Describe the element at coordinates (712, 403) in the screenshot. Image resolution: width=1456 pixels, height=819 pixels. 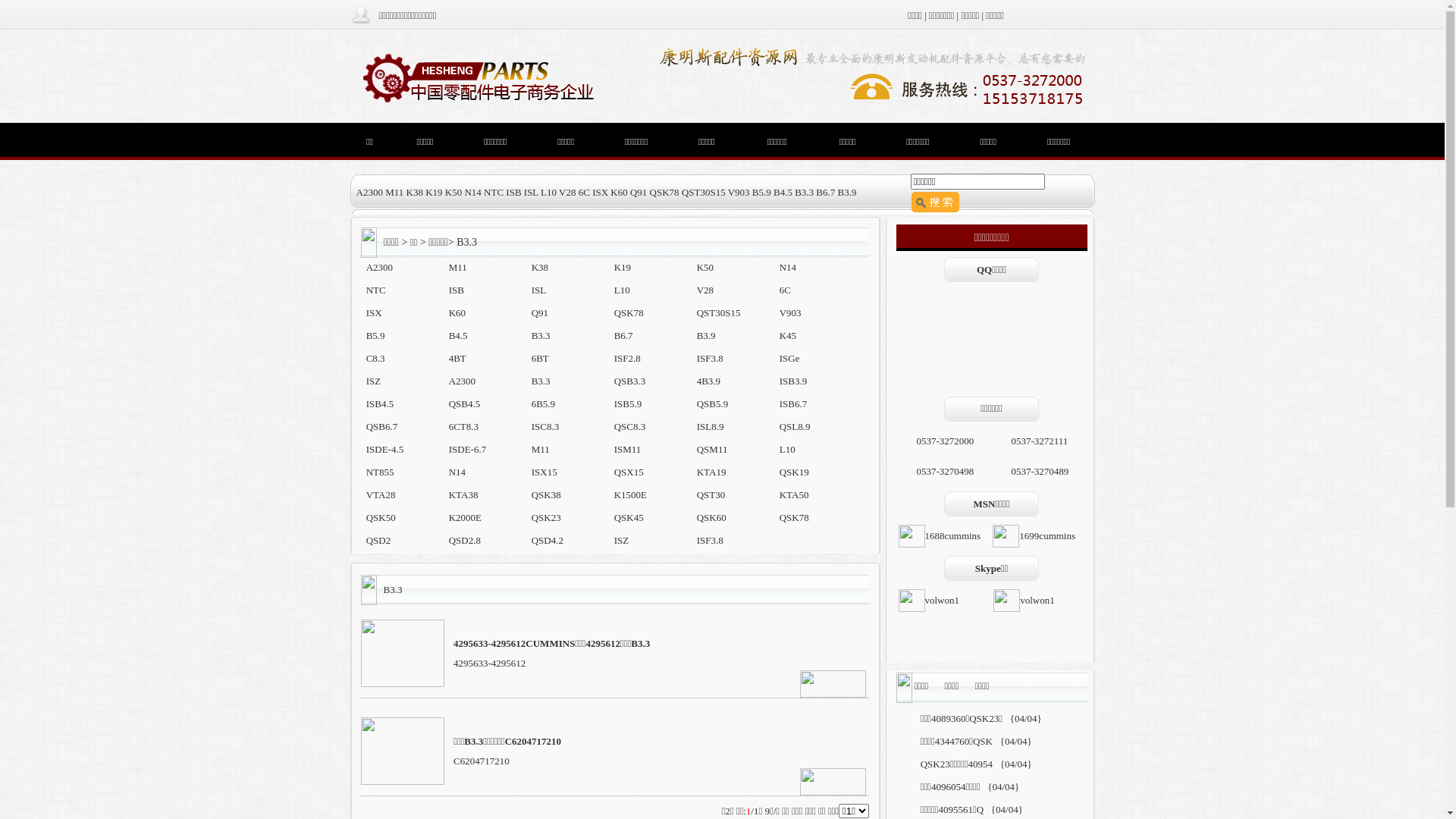
I see `'QSB5.9'` at that location.